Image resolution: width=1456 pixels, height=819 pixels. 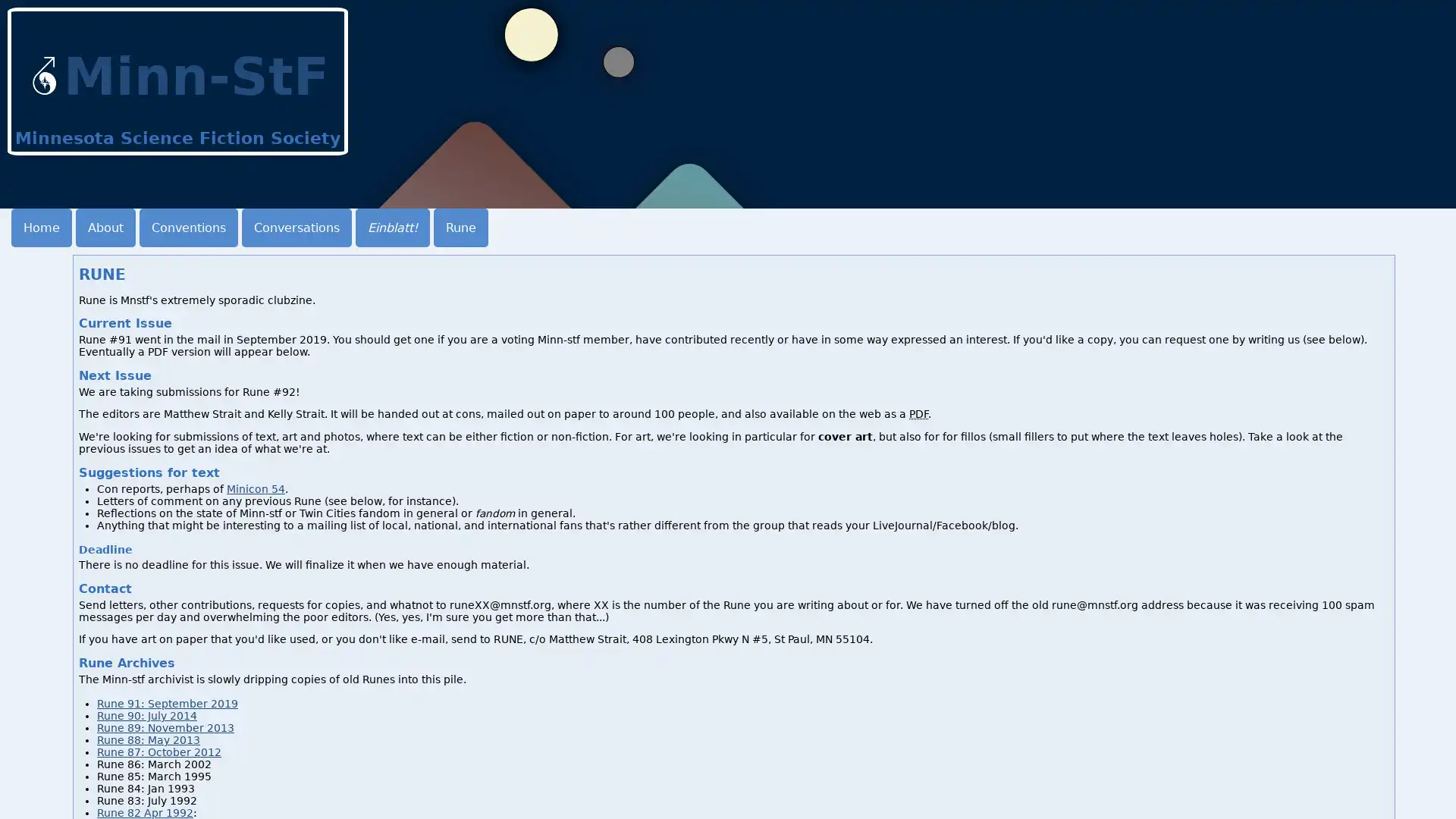 What do you see at coordinates (393, 227) in the screenshot?
I see `Einblatt!` at bounding box center [393, 227].